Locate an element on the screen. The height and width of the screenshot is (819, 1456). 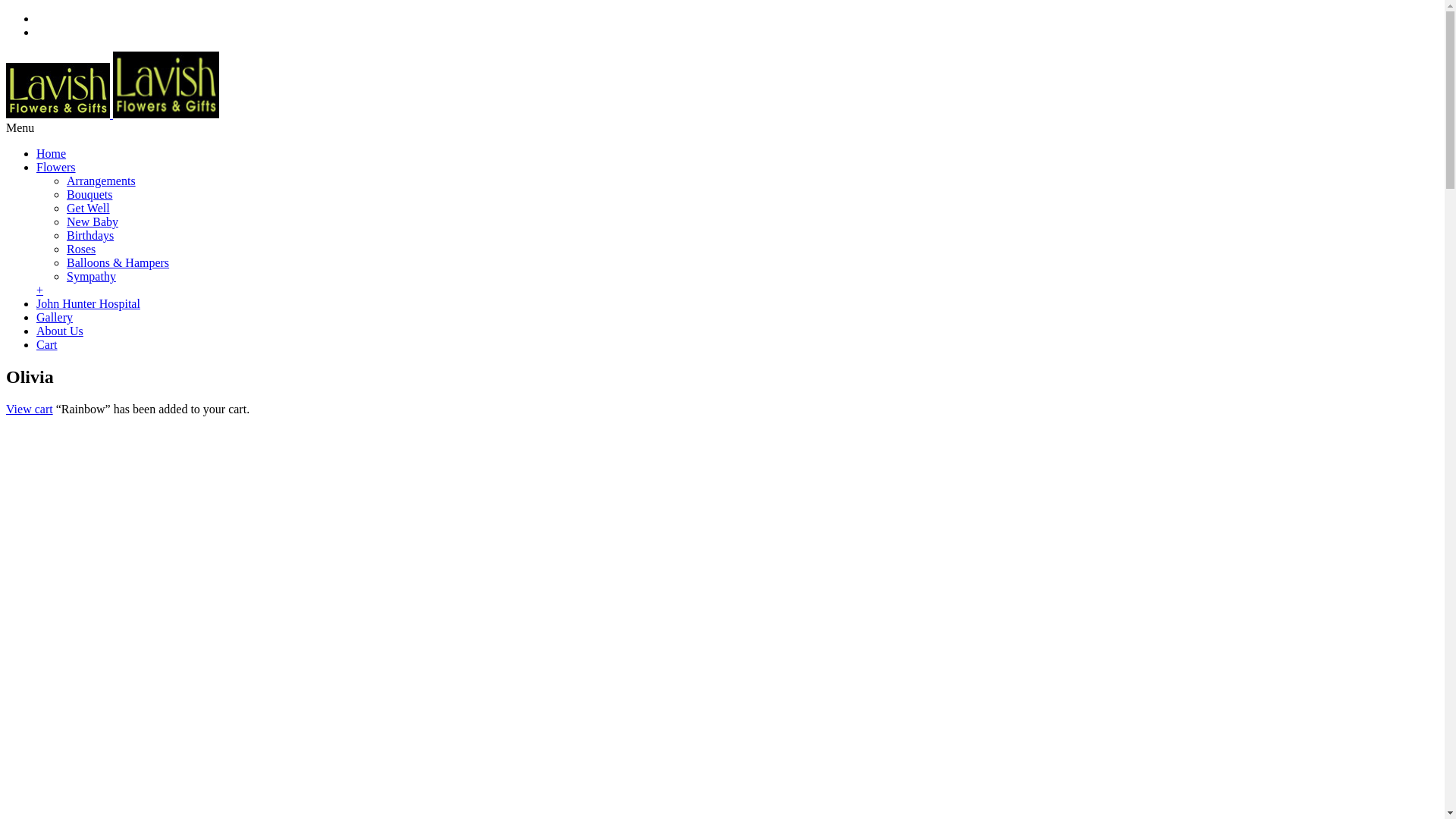
'New Baby' is located at coordinates (91, 221).